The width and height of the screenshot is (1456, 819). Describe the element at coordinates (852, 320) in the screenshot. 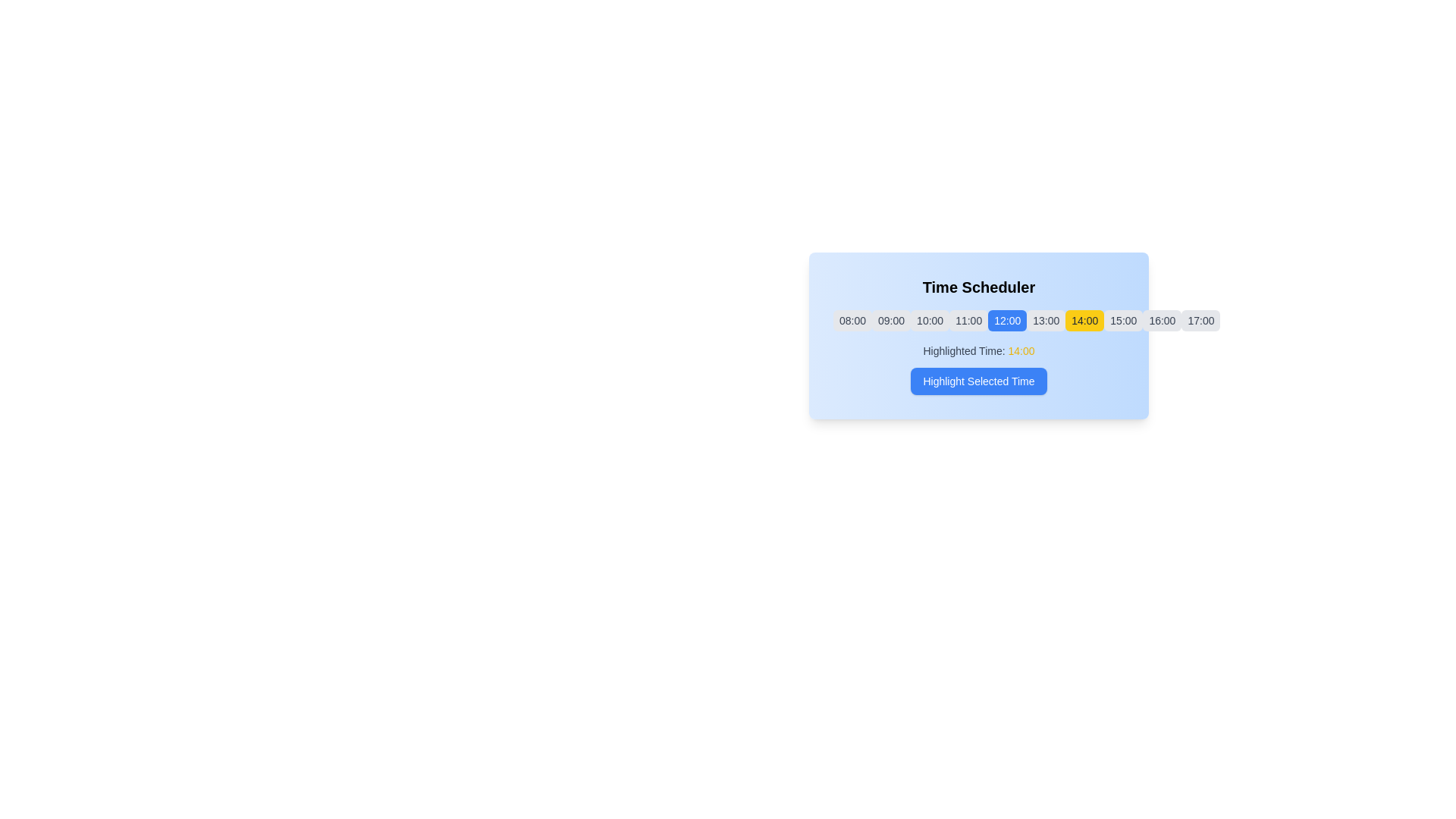

I see `the button labeled '08:00'` at that location.